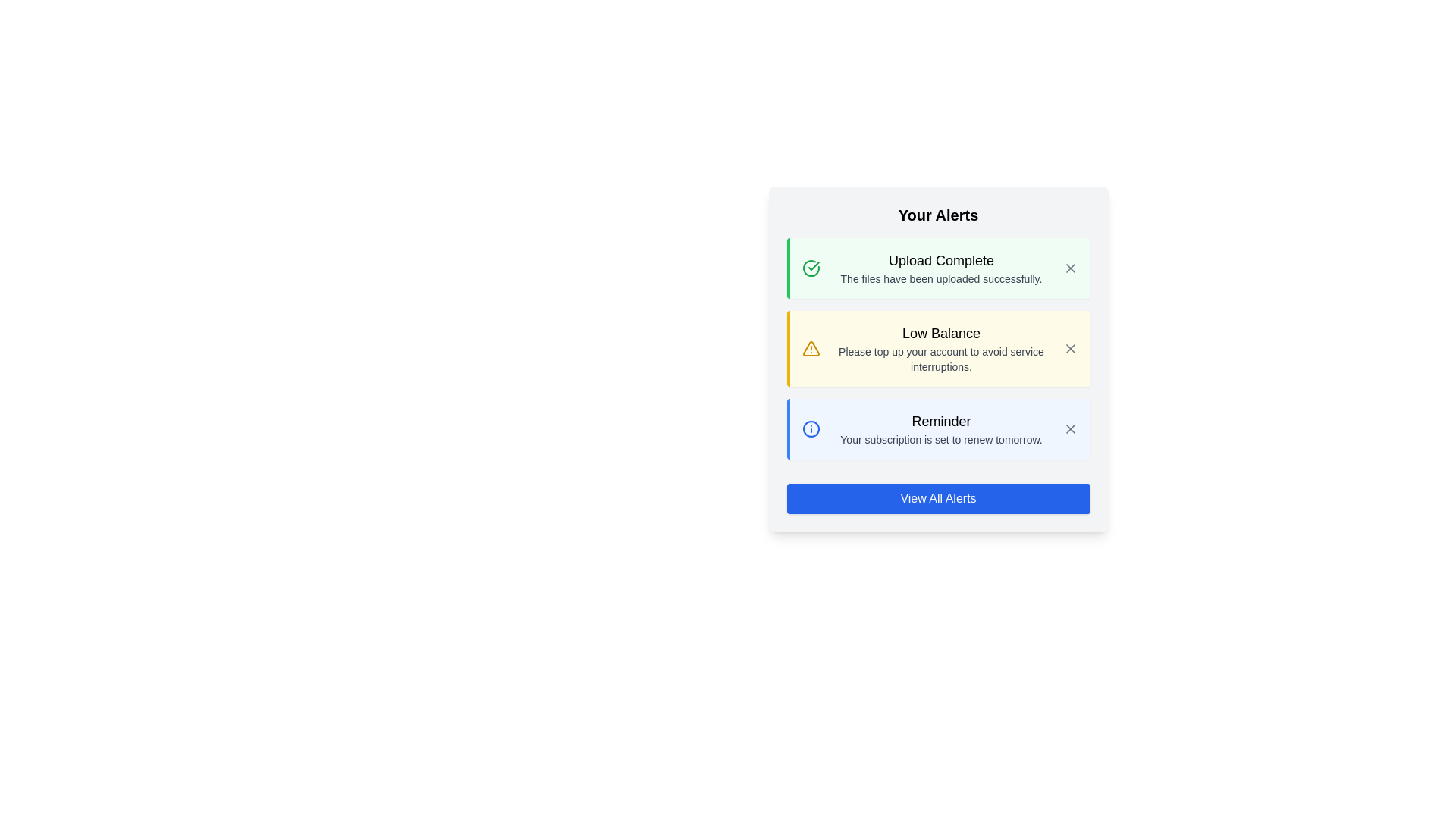 The height and width of the screenshot is (819, 1456). Describe the element at coordinates (937, 359) in the screenshot. I see `information inside the Notification Card titled 'Low Balance' which contains a warning icon and a close button at the top-right corner` at that location.